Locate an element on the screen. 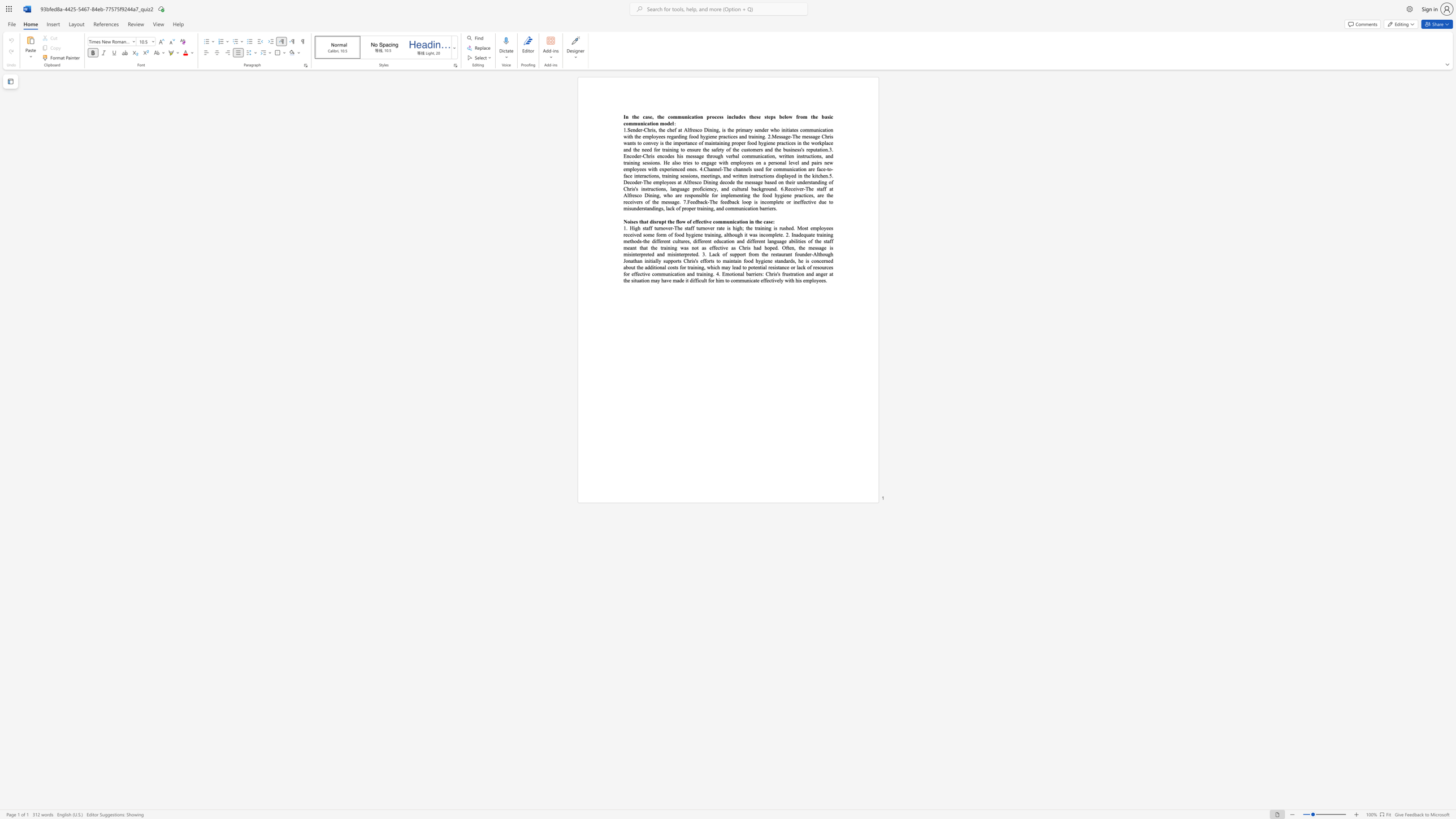 This screenshot has height=819, width=1456. the 2th character "i" in the text is located at coordinates (826, 129).